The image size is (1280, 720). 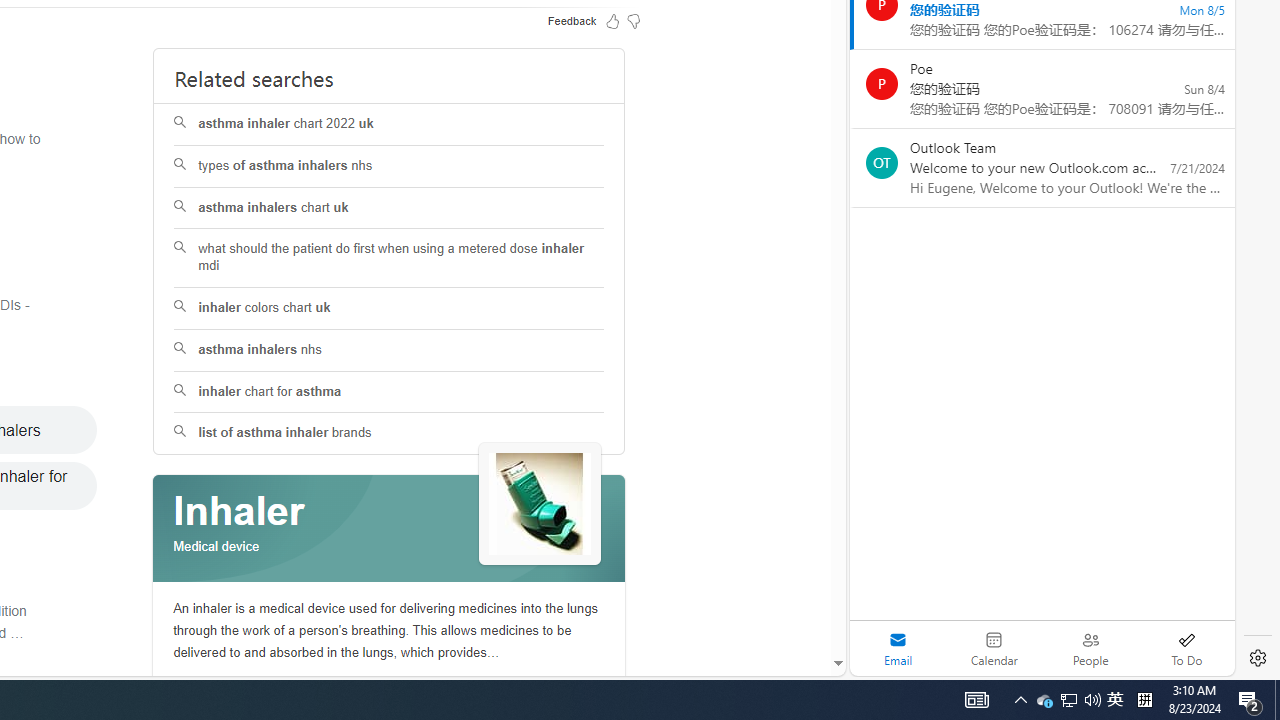 I want to click on 'asthma inhalers nhs', so click(x=389, y=348).